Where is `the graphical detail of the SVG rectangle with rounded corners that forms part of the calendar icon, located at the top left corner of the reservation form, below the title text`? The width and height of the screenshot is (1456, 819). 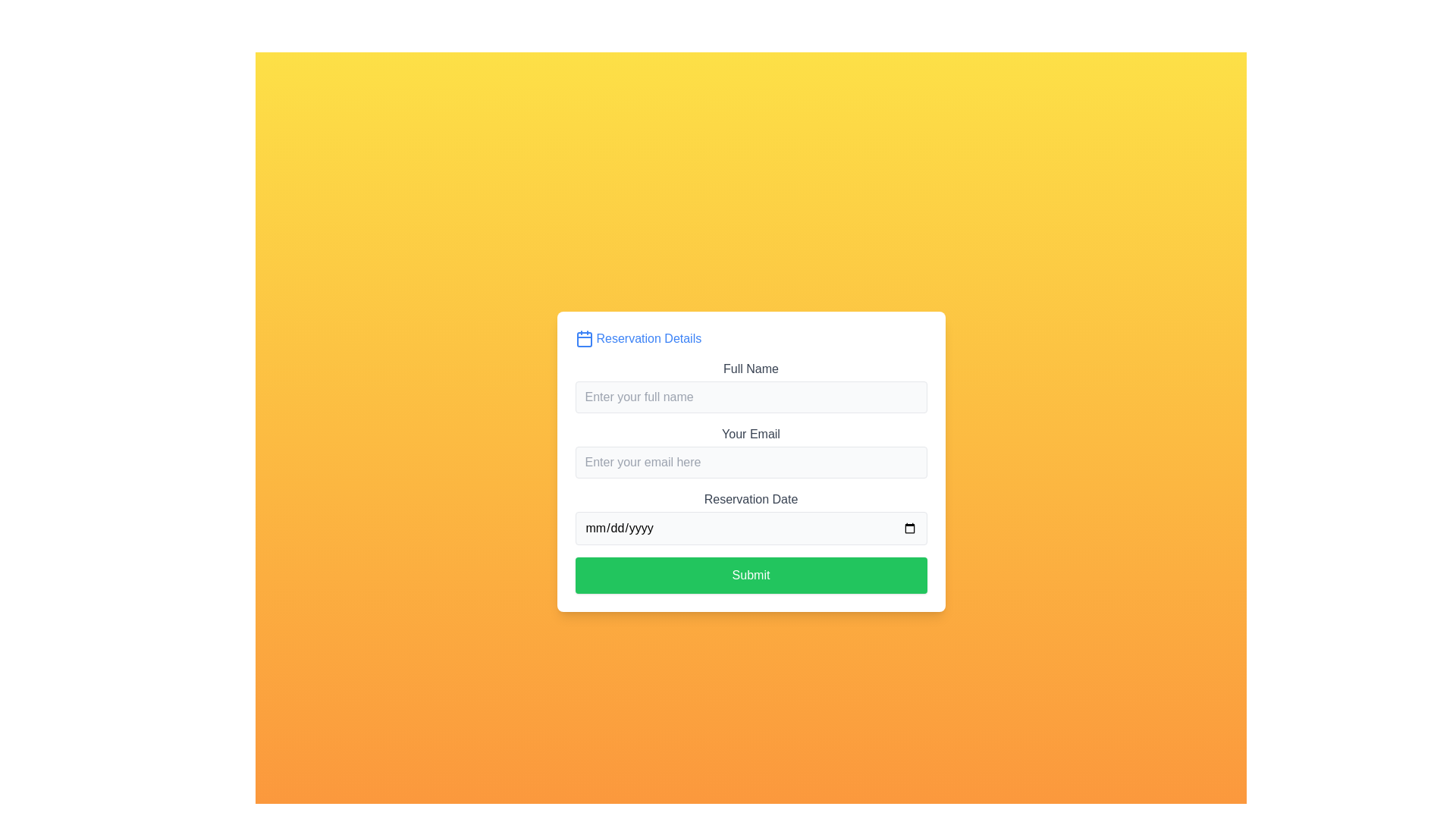
the graphical detail of the SVG rectangle with rounded corners that forms part of the calendar icon, located at the top left corner of the reservation form, below the title text is located at coordinates (583, 338).